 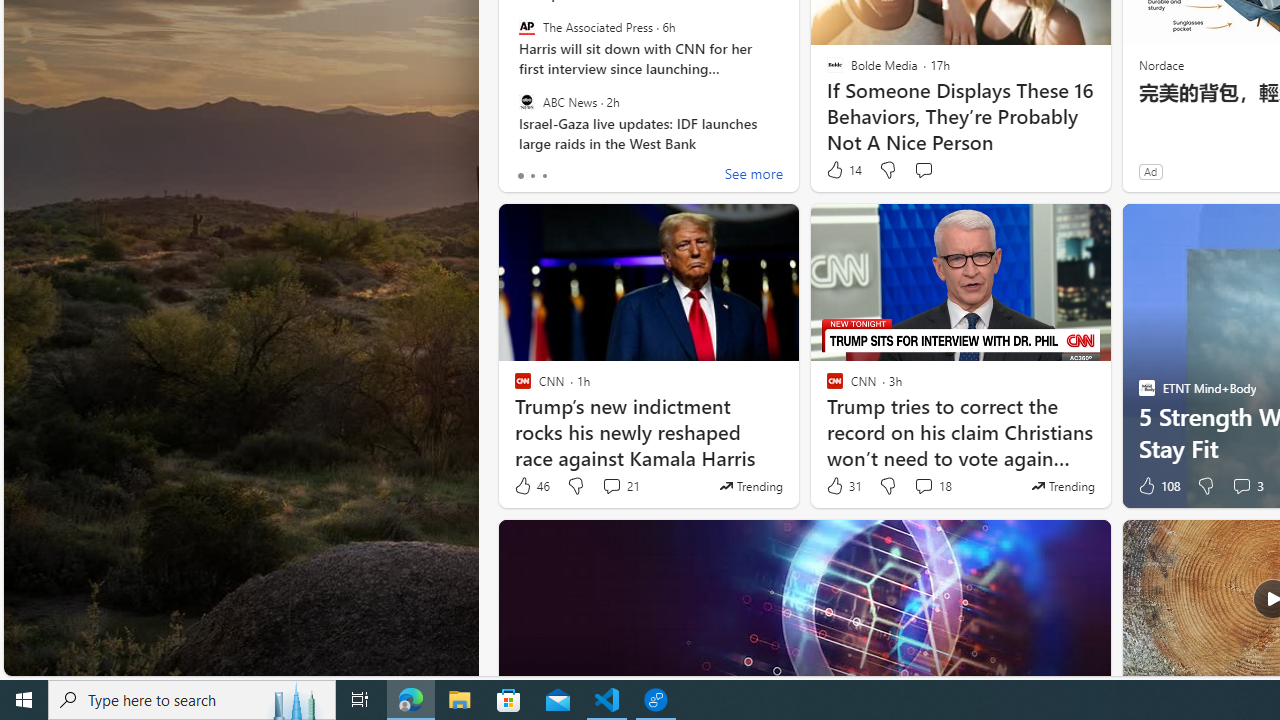 I want to click on '108 Like', so click(x=1157, y=486).